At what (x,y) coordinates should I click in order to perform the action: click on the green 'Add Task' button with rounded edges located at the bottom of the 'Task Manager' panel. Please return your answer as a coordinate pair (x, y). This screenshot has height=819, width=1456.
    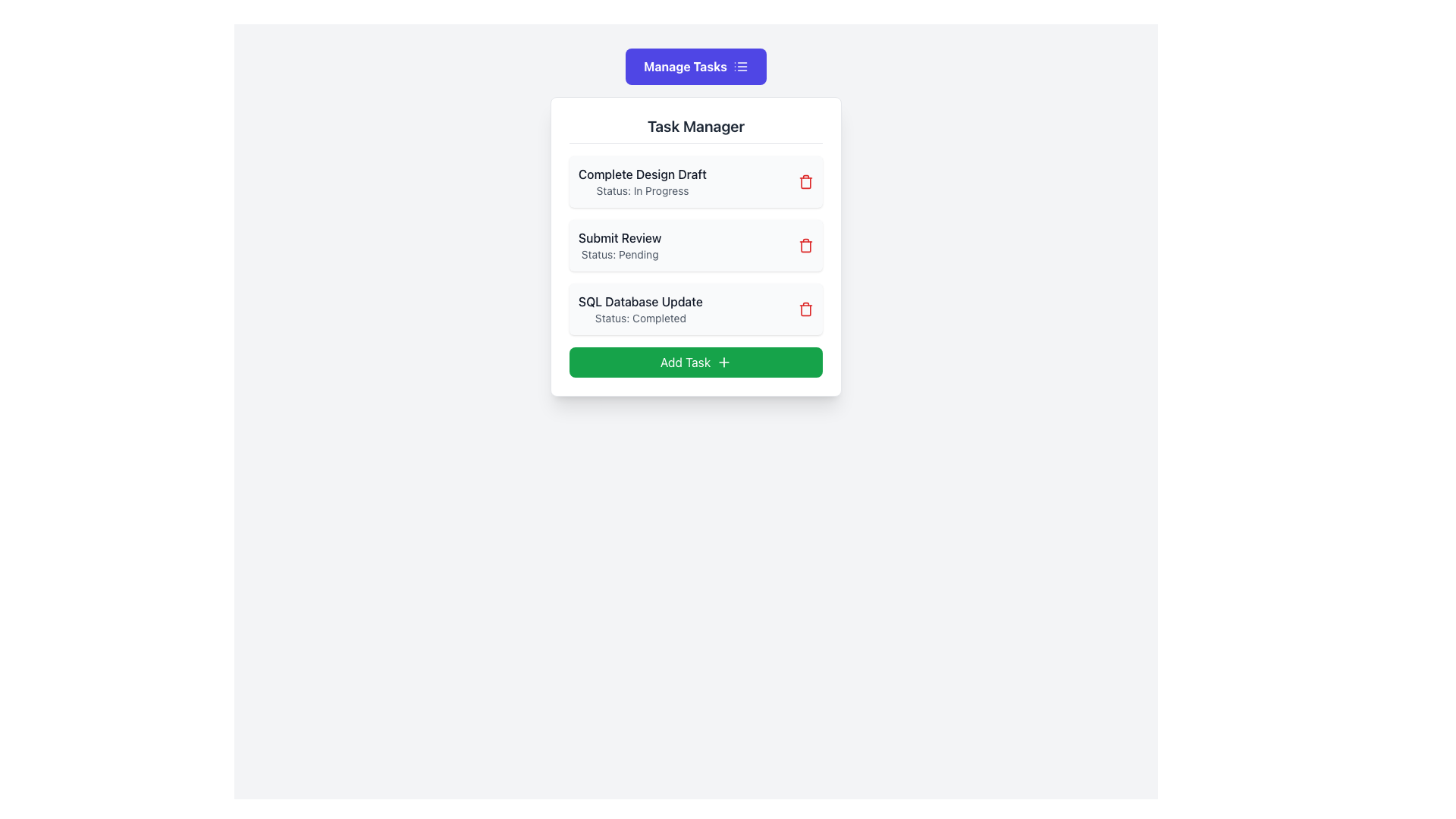
    Looking at the image, I should click on (695, 362).